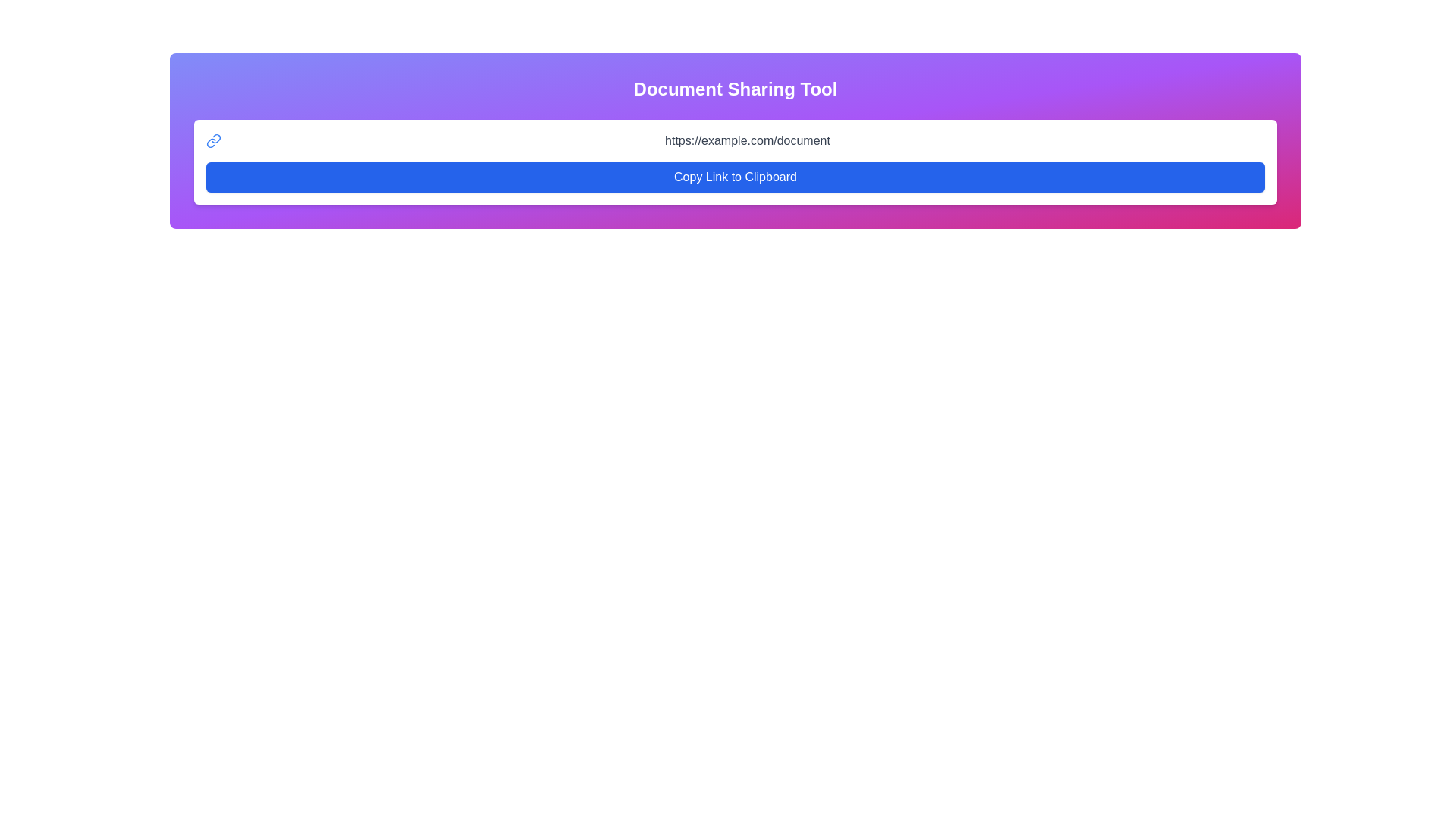 Image resolution: width=1456 pixels, height=819 pixels. Describe the element at coordinates (215, 139) in the screenshot. I see `the upper-left portion of the chain link icon` at that location.